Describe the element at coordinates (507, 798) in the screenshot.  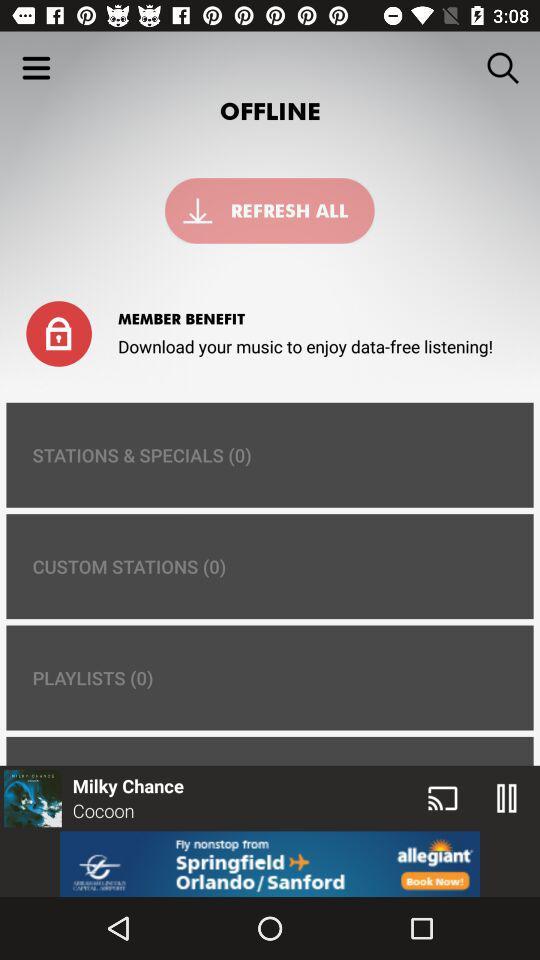
I see `the pause icon` at that location.